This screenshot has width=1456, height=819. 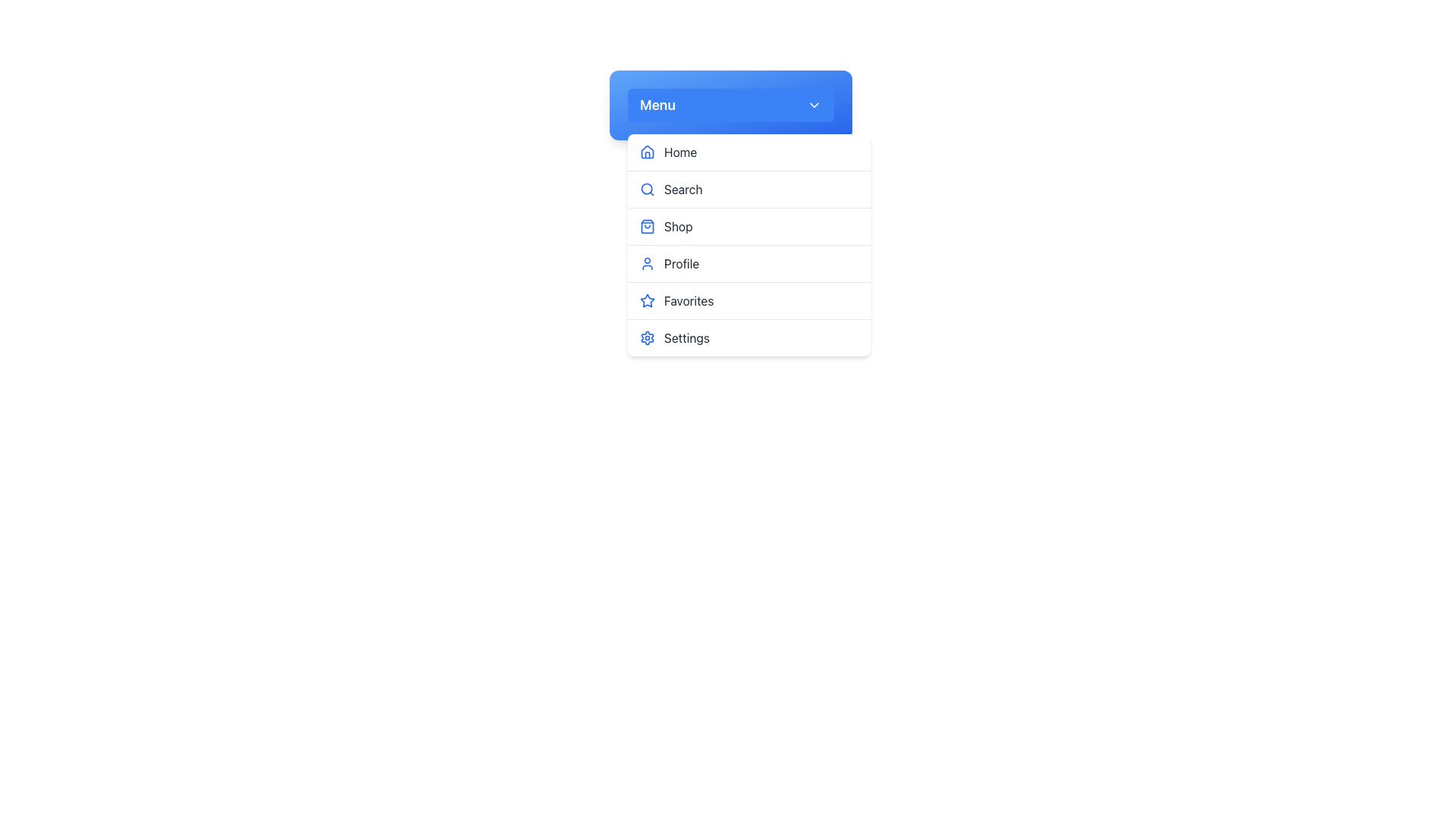 What do you see at coordinates (749, 152) in the screenshot?
I see `the 'Home' menu item, which is the first item in the vertical list of menu options` at bounding box center [749, 152].